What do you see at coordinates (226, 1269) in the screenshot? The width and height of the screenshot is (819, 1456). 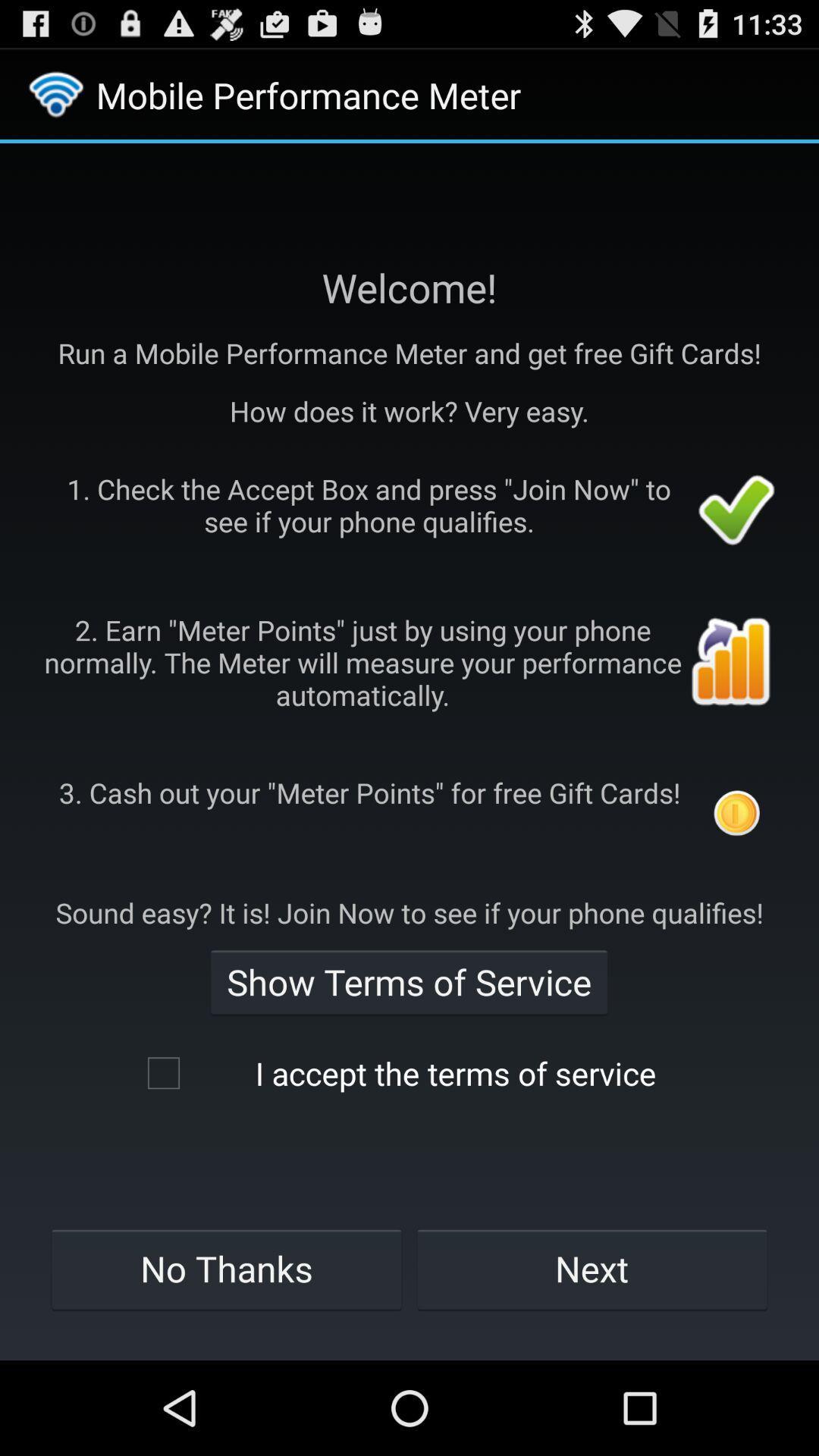 I see `button to the left of the next` at bounding box center [226, 1269].